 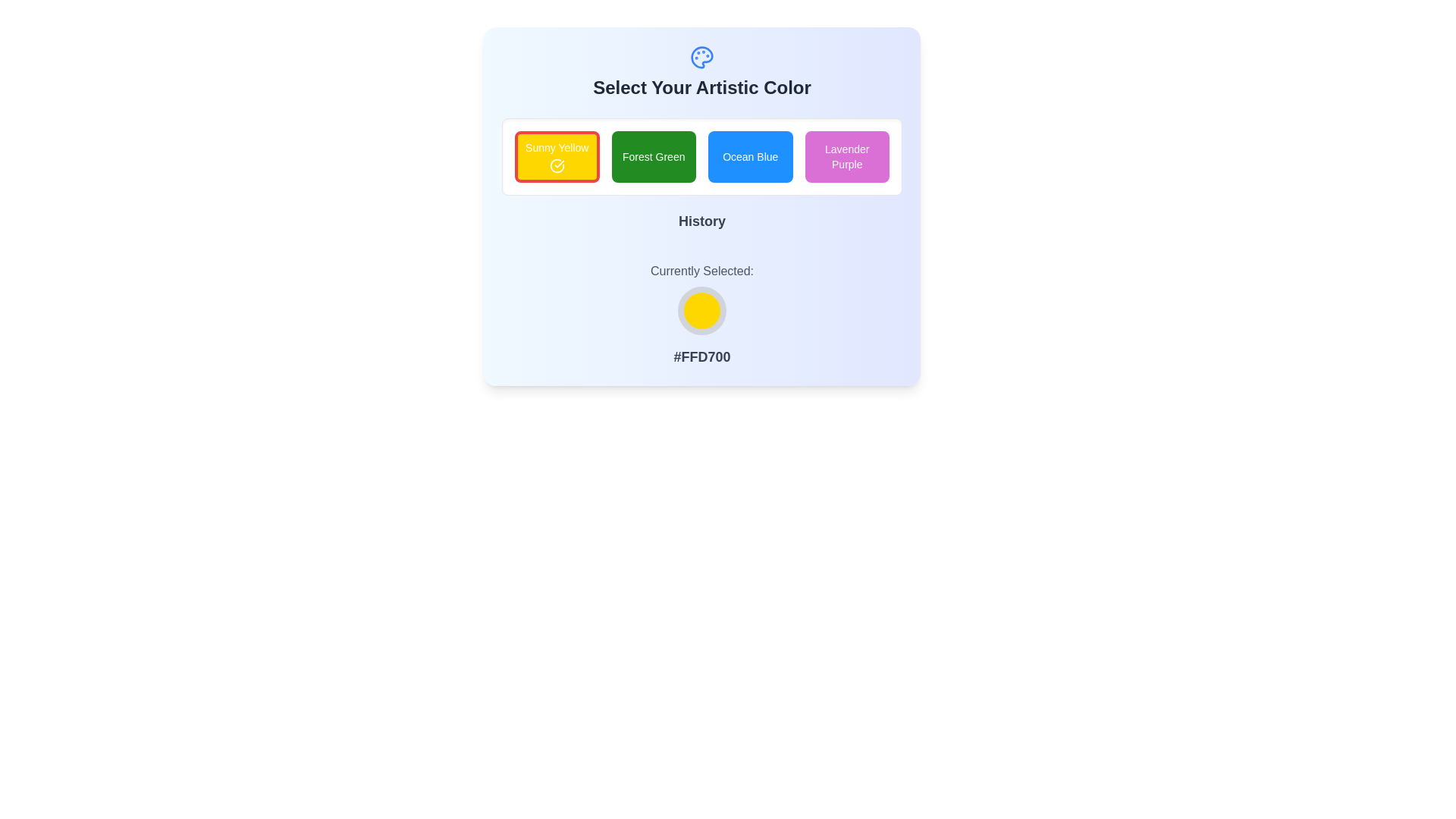 What do you see at coordinates (701, 271) in the screenshot?
I see `text label that indicates the purpose of the color display below it, which is centered horizontally above the circular color indicator` at bounding box center [701, 271].